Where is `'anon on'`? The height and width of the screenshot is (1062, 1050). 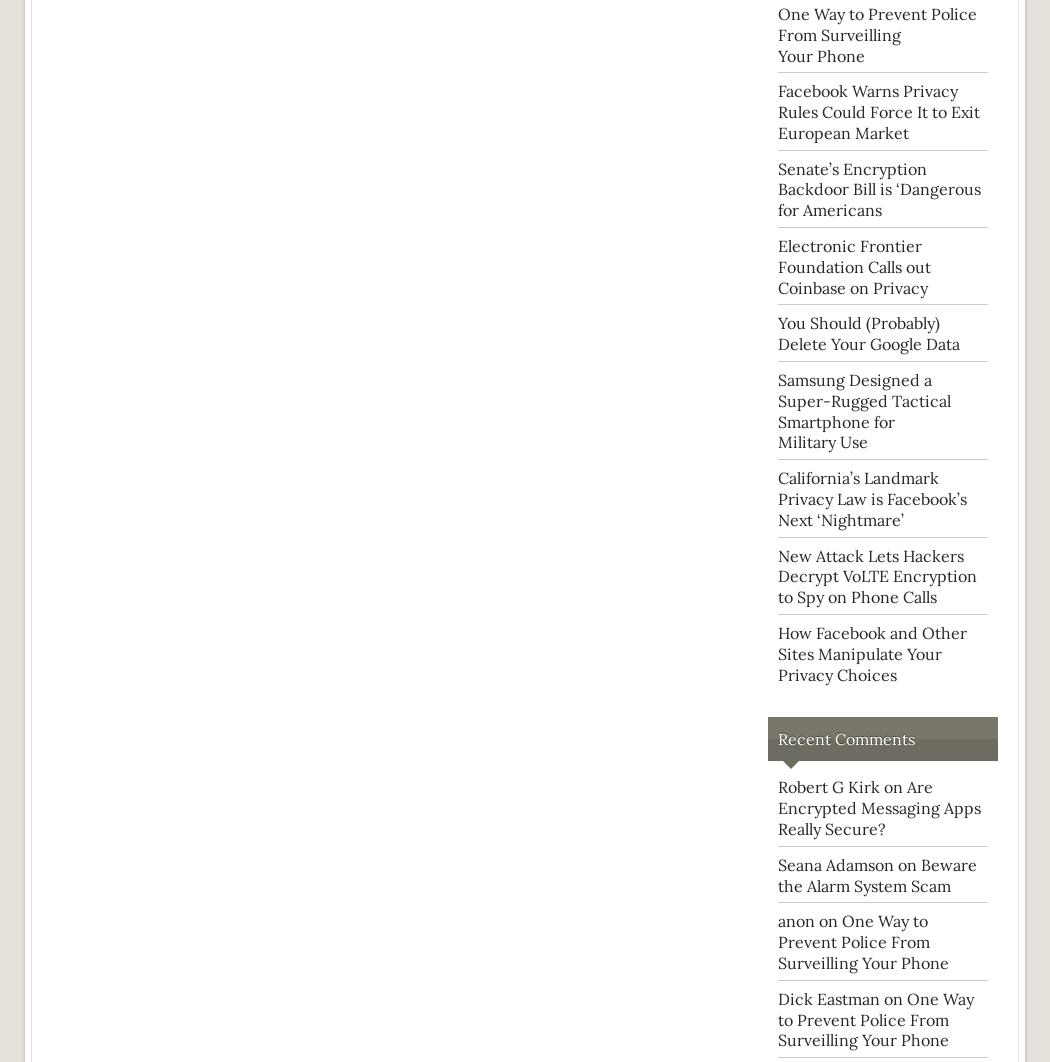
'anon on' is located at coordinates (808, 919).